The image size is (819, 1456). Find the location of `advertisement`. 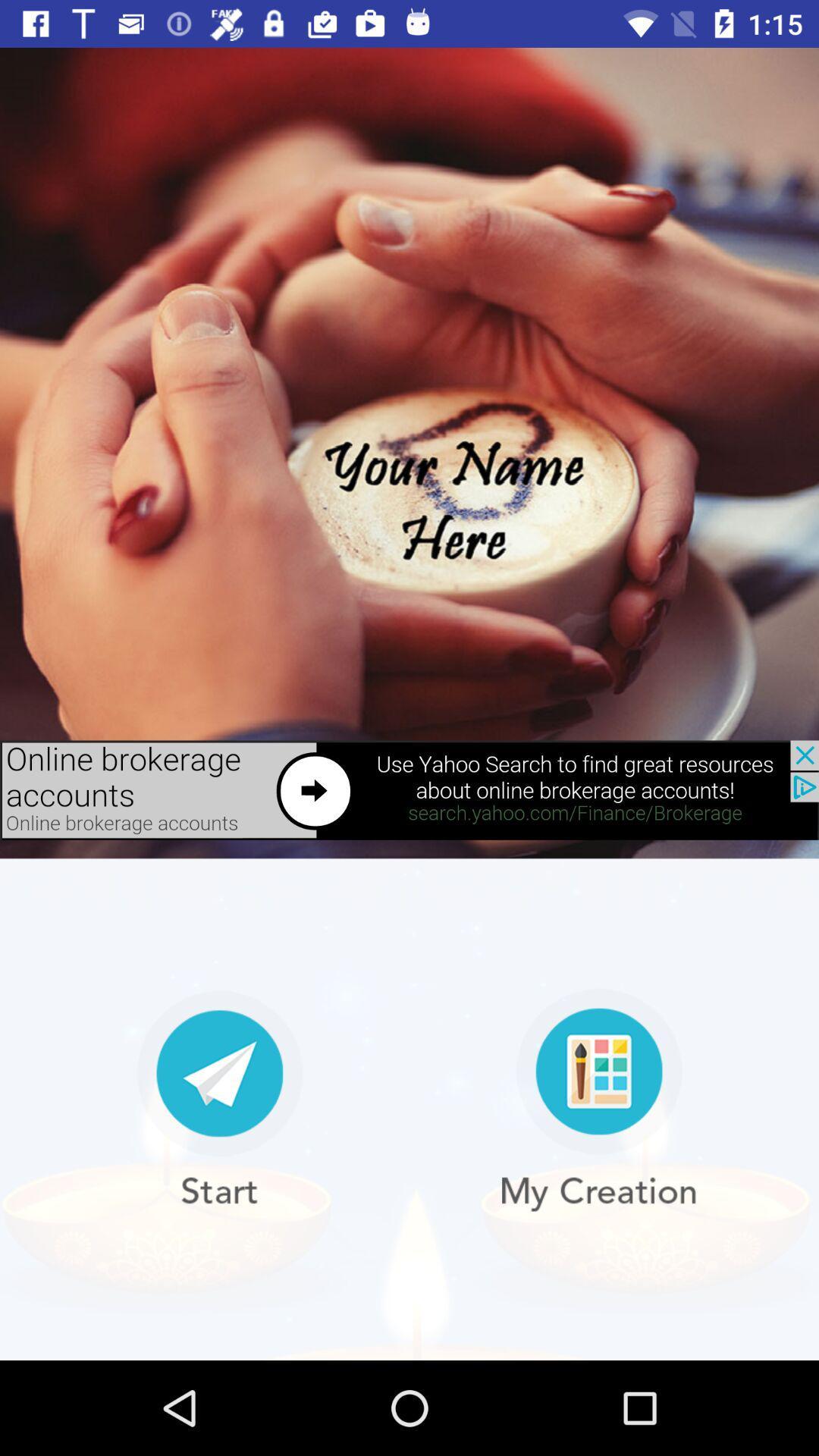

advertisement is located at coordinates (409, 789).